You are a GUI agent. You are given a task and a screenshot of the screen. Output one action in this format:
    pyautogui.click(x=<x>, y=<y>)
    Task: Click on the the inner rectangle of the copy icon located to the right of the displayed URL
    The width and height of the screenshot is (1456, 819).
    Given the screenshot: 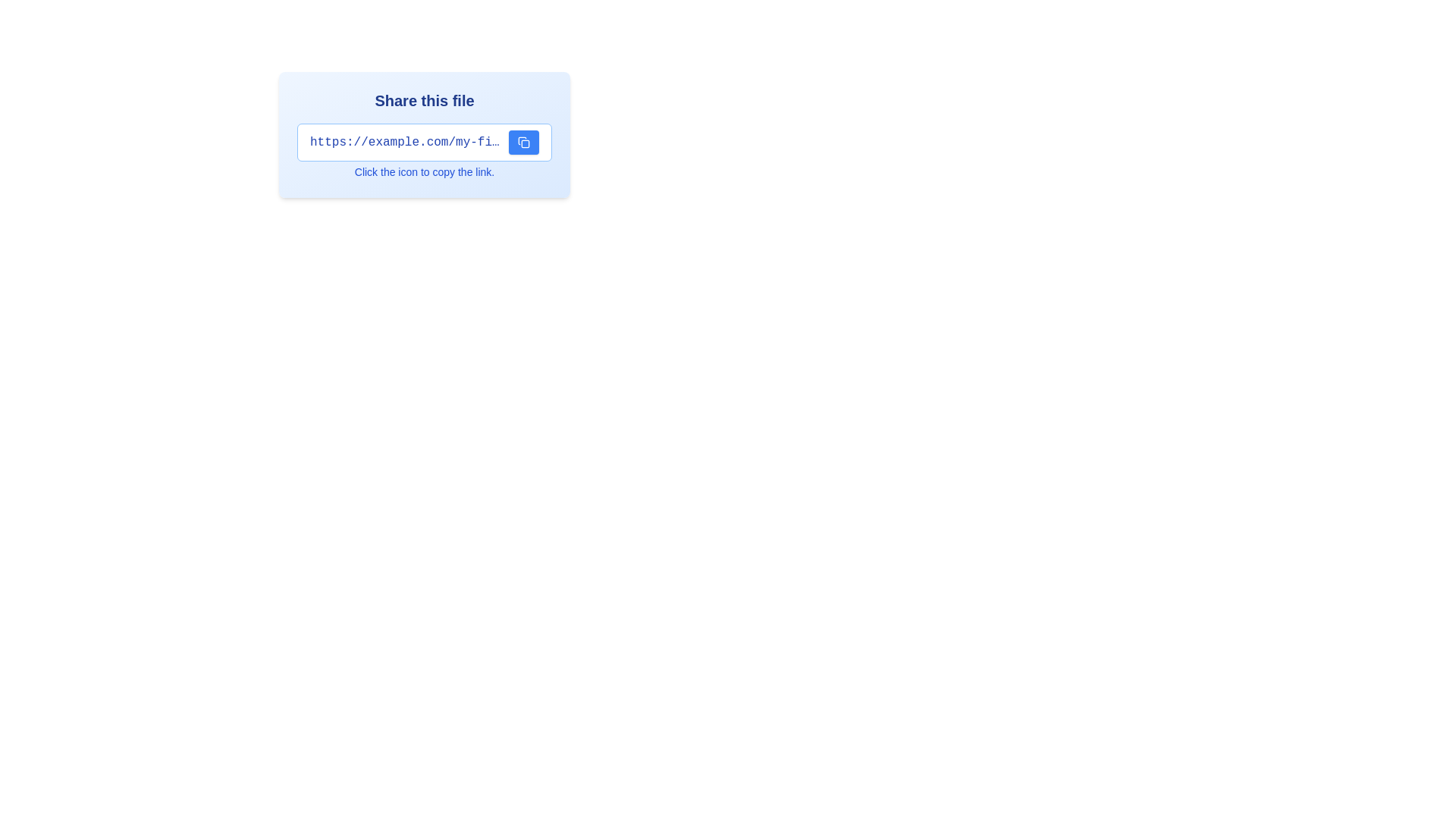 What is the action you would take?
    pyautogui.click(x=525, y=143)
    